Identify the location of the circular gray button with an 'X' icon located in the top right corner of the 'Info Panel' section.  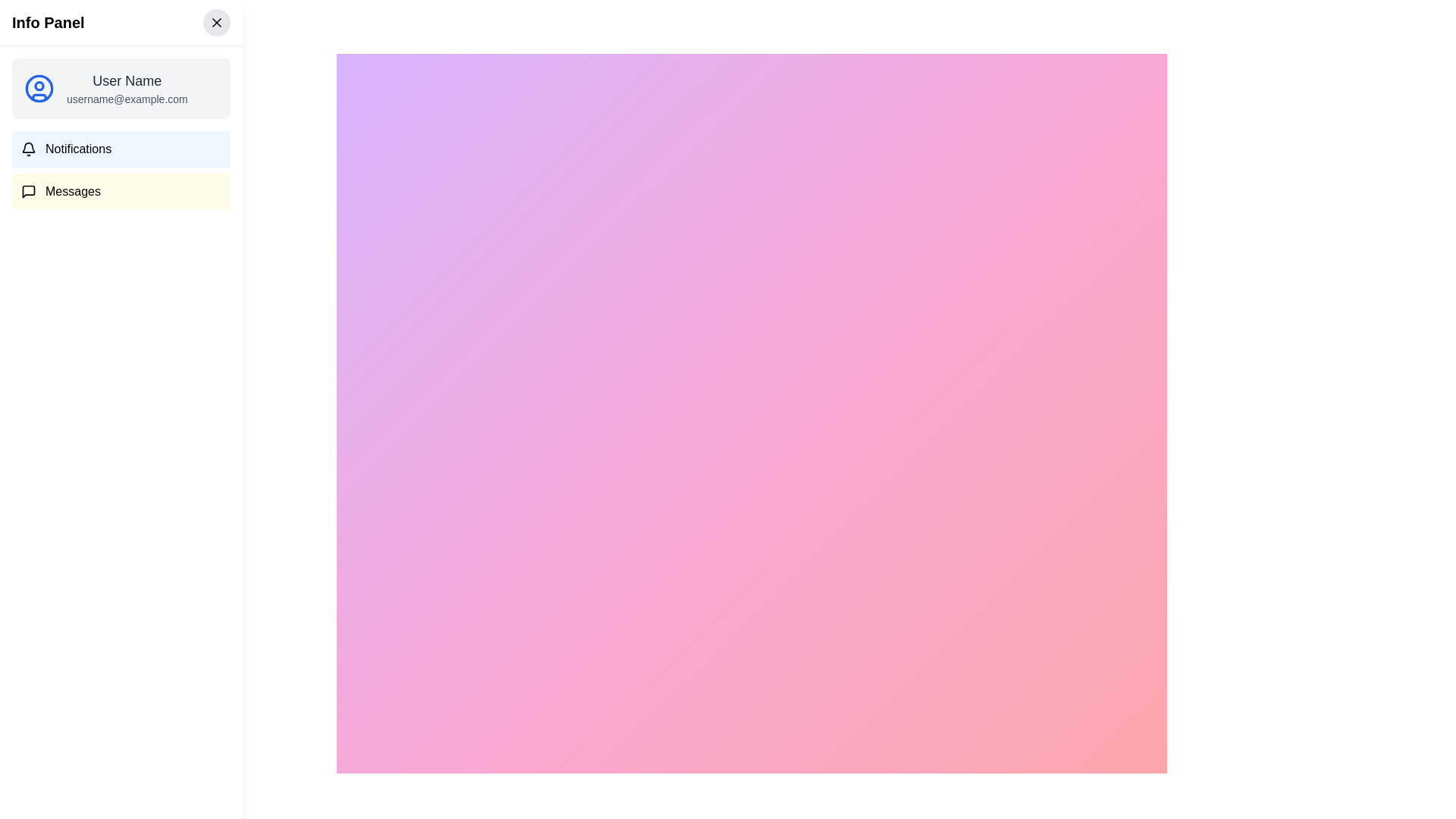
(216, 23).